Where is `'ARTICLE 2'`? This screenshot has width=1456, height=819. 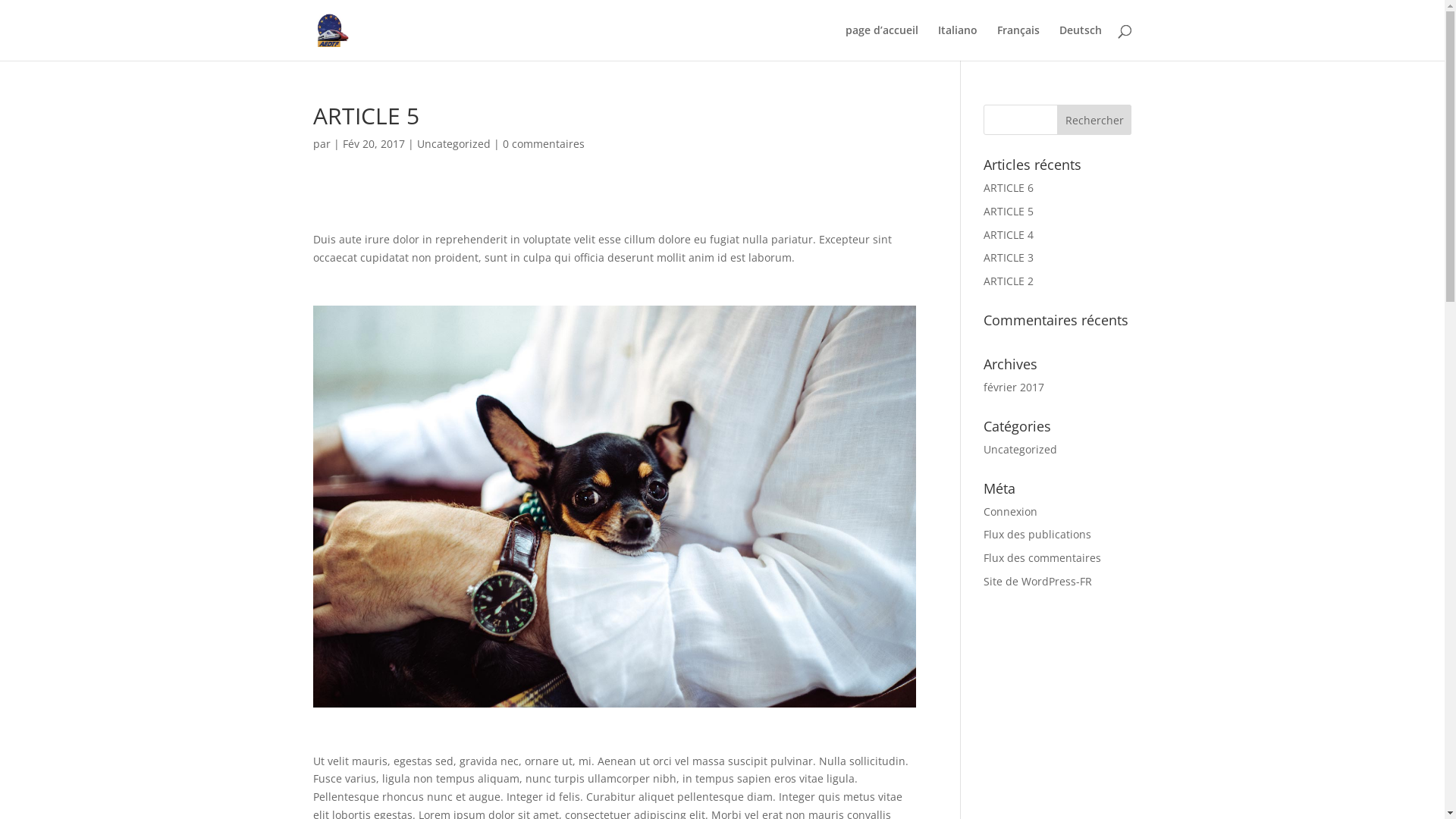 'ARTICLE 2' is located at coordinates (1008, 281).